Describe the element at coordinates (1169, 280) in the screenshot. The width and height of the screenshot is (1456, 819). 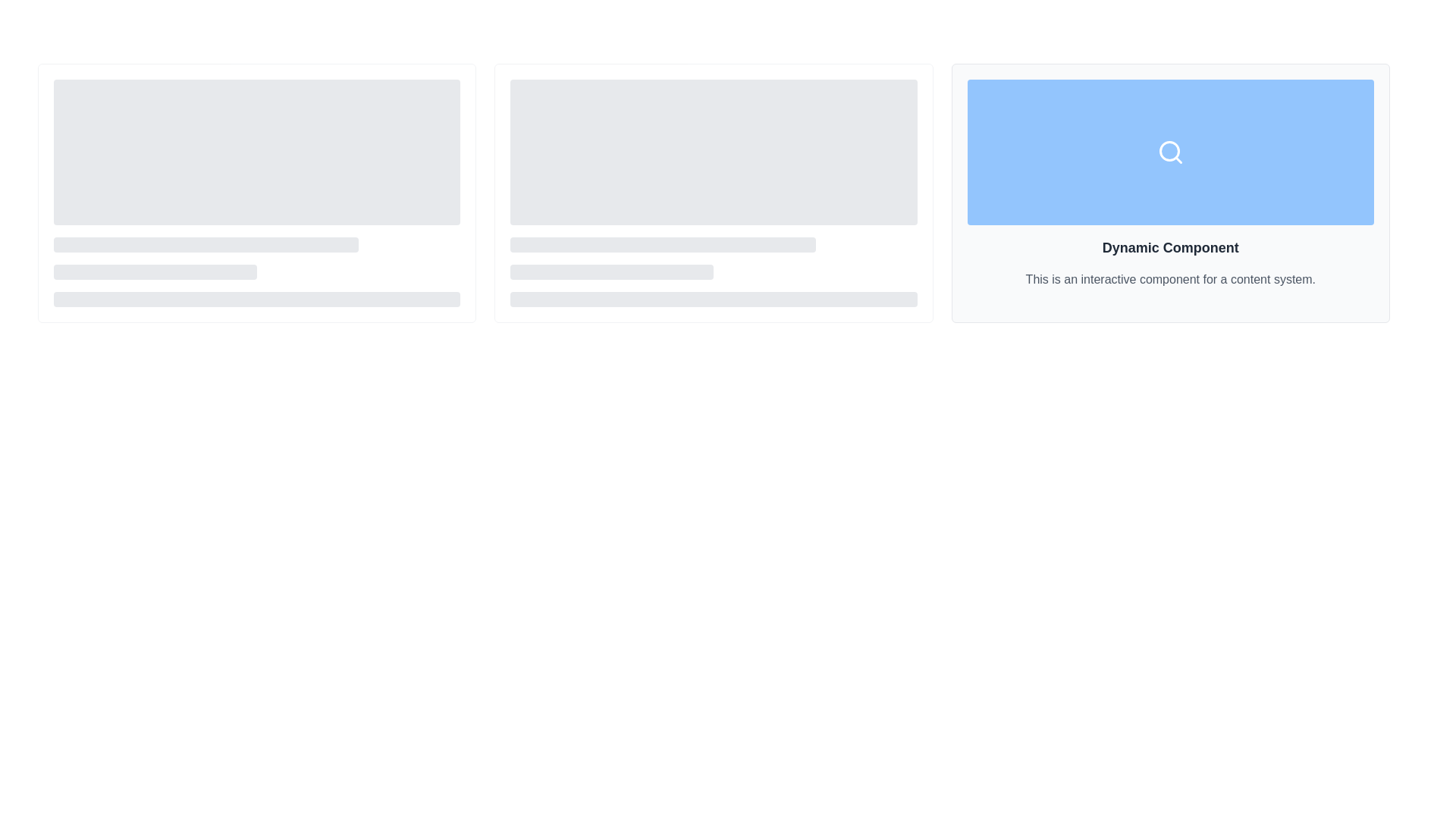
I see `information from the text label located below the heading 'Dynamic Component' in the card on the rightmost side of the three-column layout` at that location.